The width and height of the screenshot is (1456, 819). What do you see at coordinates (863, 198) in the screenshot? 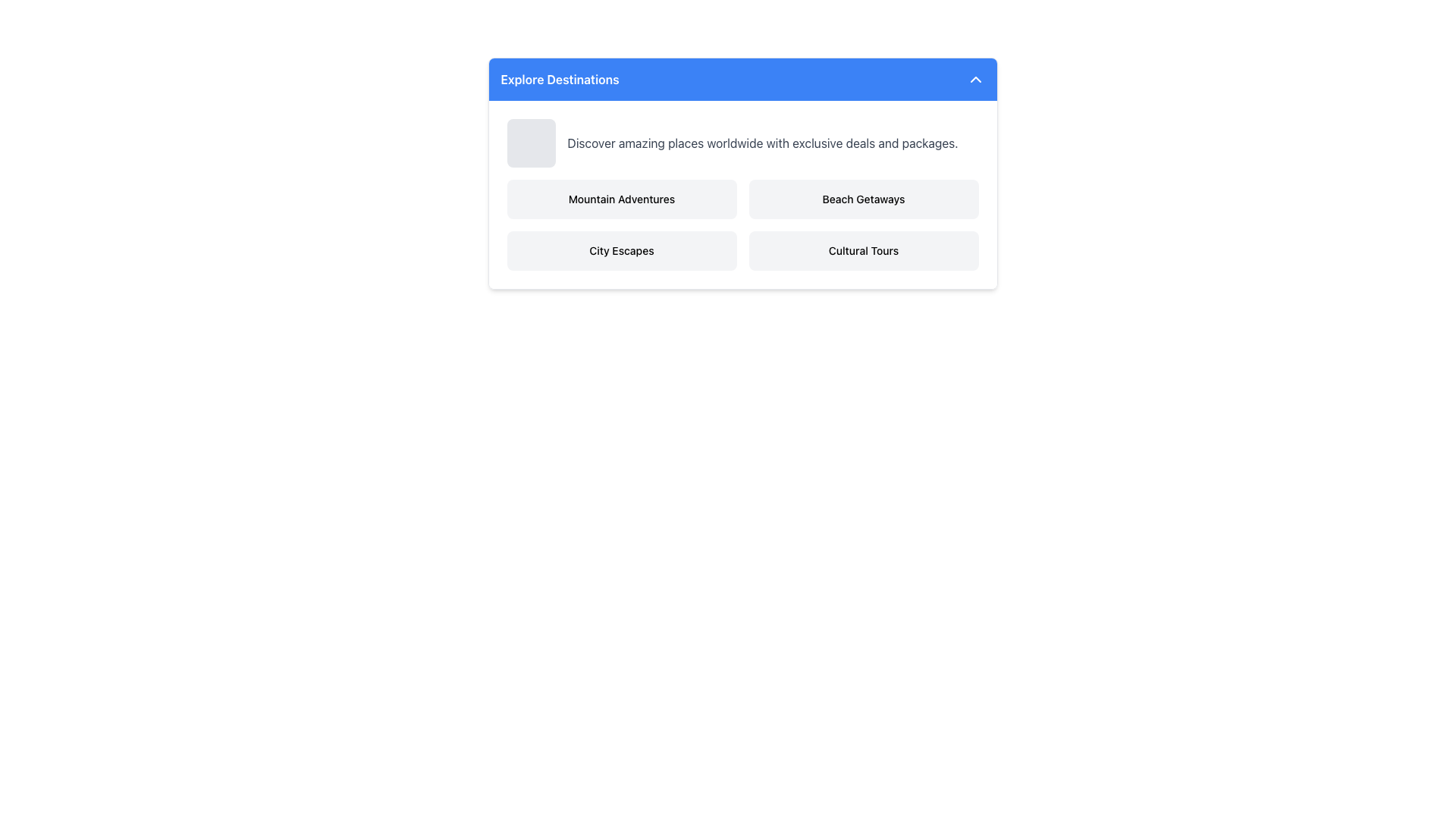
I see `the button labeled 'Beach Getaways' located in the top right corner of the grid under 'Explore Destinations'` at bounding box center [863, 198].